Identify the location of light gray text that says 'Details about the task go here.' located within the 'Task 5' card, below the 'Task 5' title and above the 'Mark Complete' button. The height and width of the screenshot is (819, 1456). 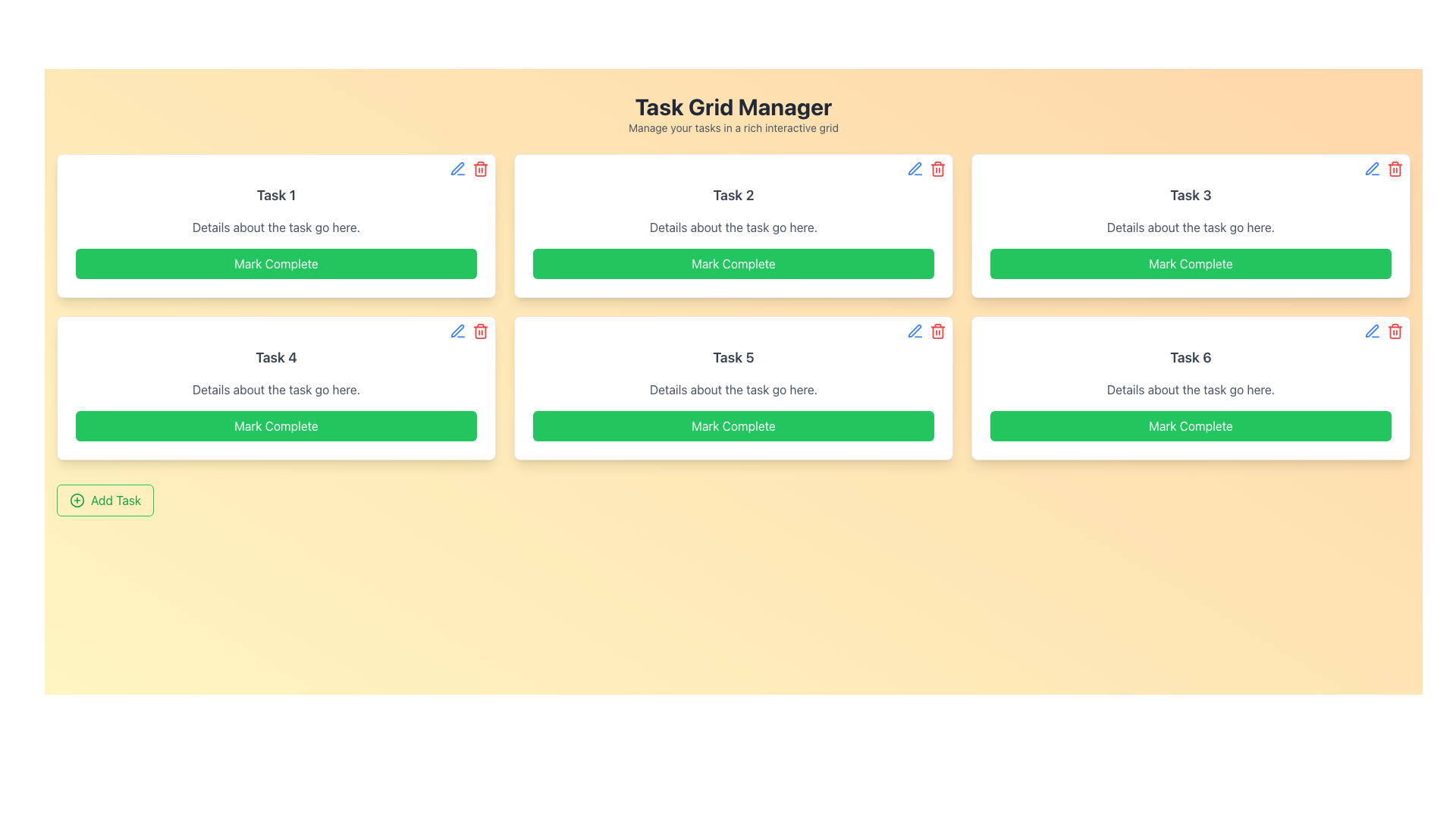
(733, 388).